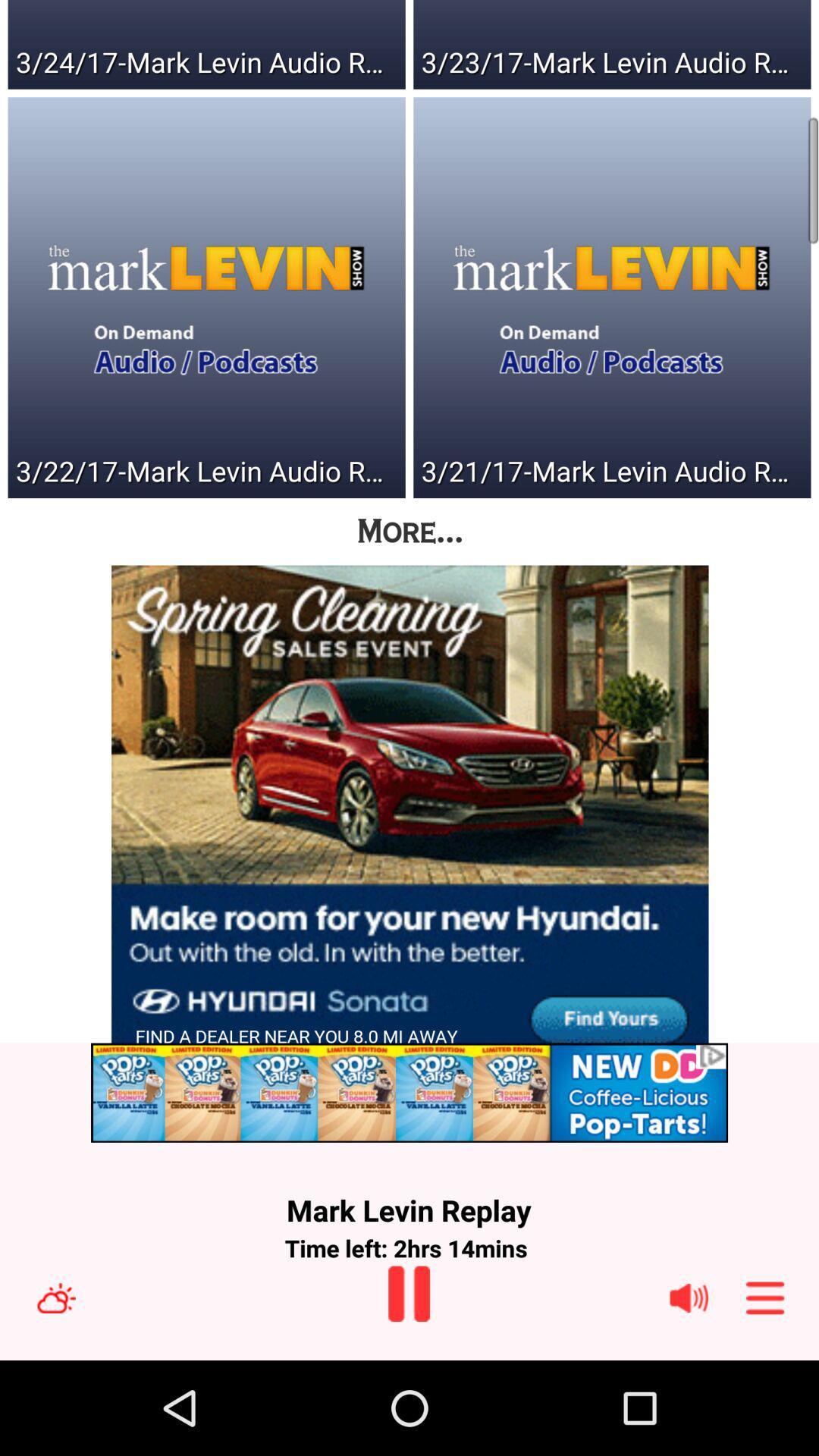  Describe the element at coordinates (408, 1293) in the screenshot. I see `go back` at that location.